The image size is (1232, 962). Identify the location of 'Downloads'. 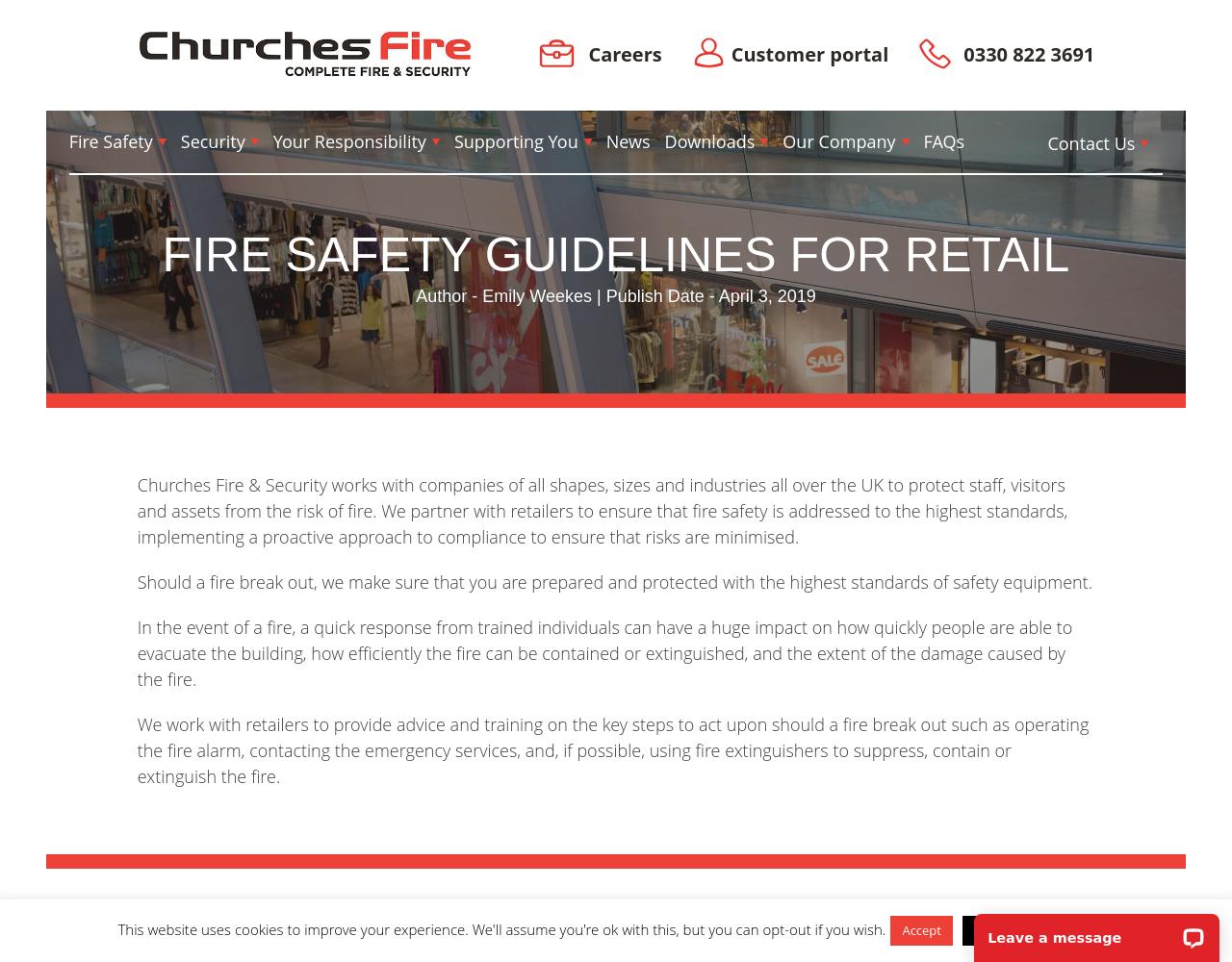
(708, 140).